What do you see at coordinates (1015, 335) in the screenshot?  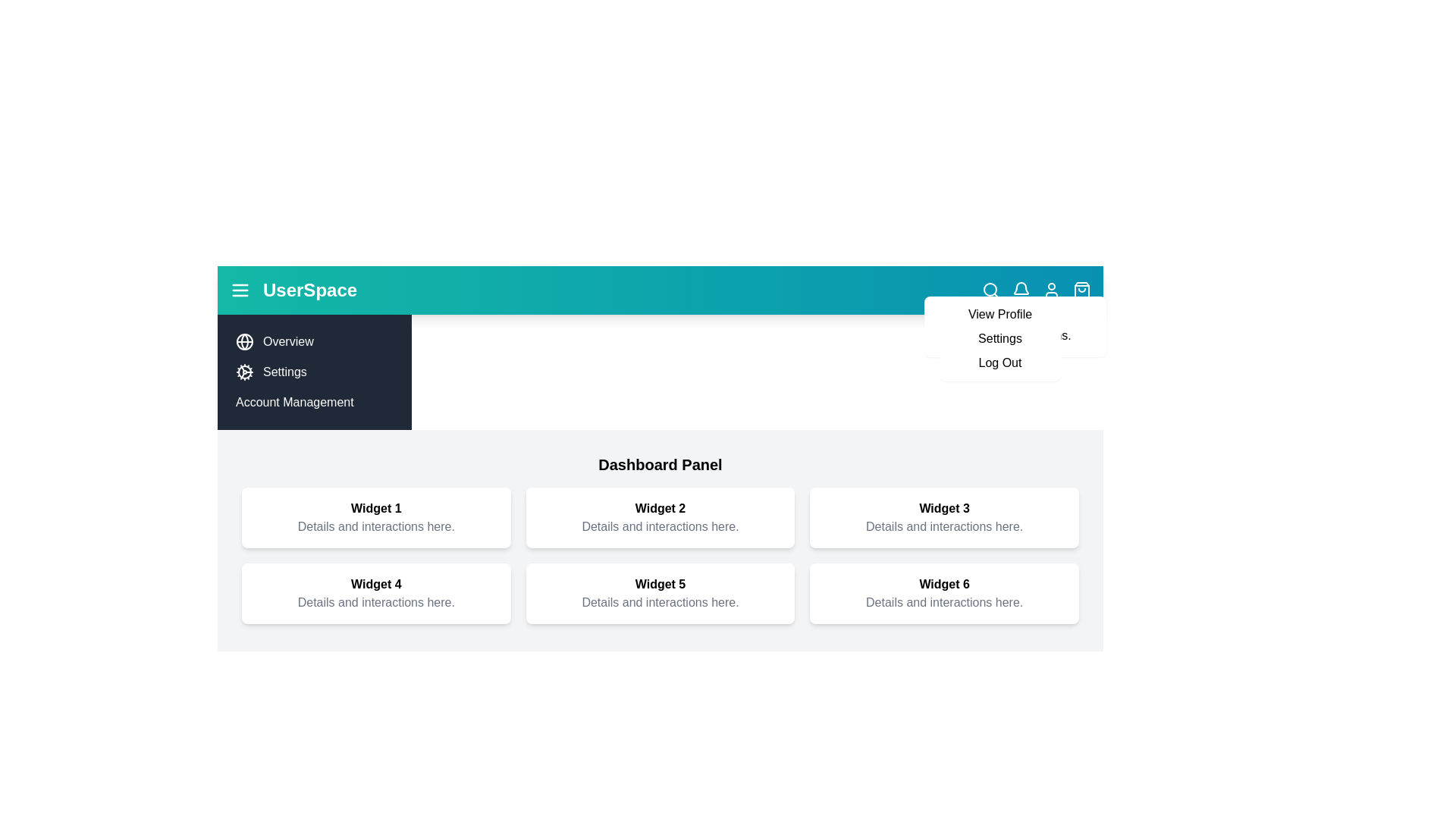 I see `text displayed in the notification indicator located below the heading 'Notifications' in the notification panel` at bounding box center [1015, 335].